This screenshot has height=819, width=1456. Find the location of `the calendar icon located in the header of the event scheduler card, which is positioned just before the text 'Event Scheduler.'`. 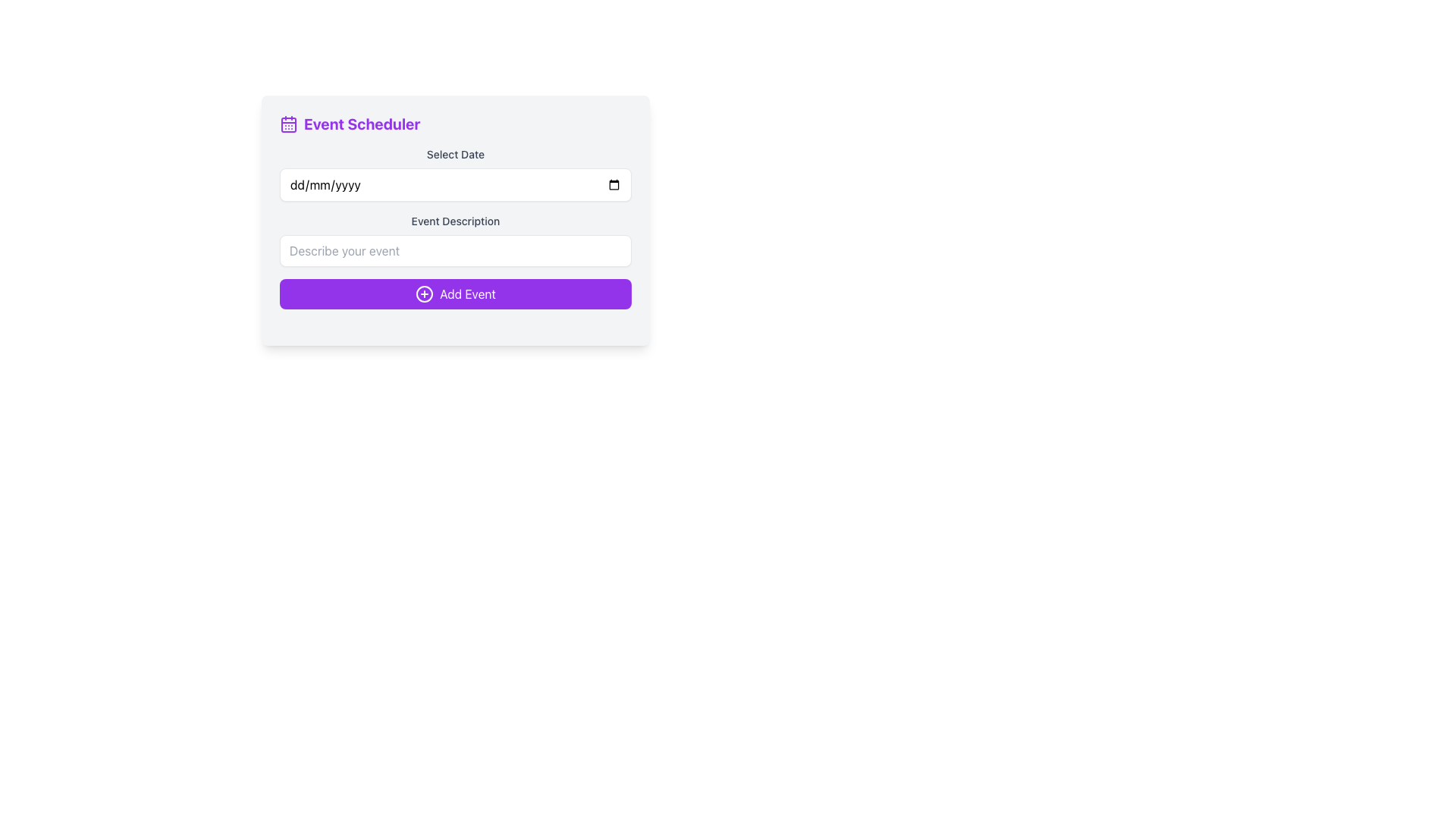

the calendar icon located in the header of the event scheduler card, which is positioned just before the text 'Event Scheduler.' is located at coordinates (288, 124).